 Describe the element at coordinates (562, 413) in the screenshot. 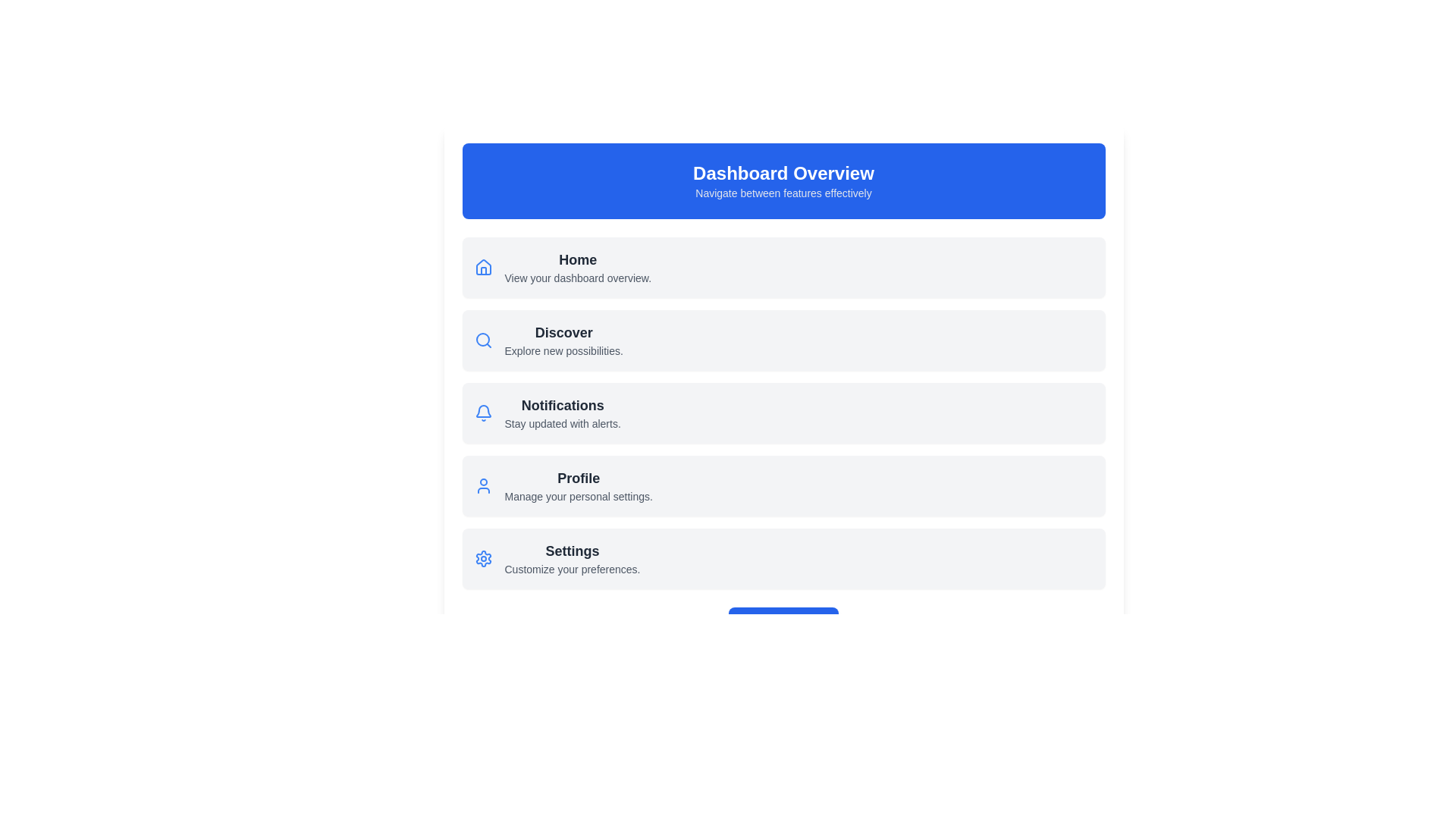

I see `the notifications menu entry, which is the third item in the vertical menu layout located between 'Discover' and 'Profile'` at that location.